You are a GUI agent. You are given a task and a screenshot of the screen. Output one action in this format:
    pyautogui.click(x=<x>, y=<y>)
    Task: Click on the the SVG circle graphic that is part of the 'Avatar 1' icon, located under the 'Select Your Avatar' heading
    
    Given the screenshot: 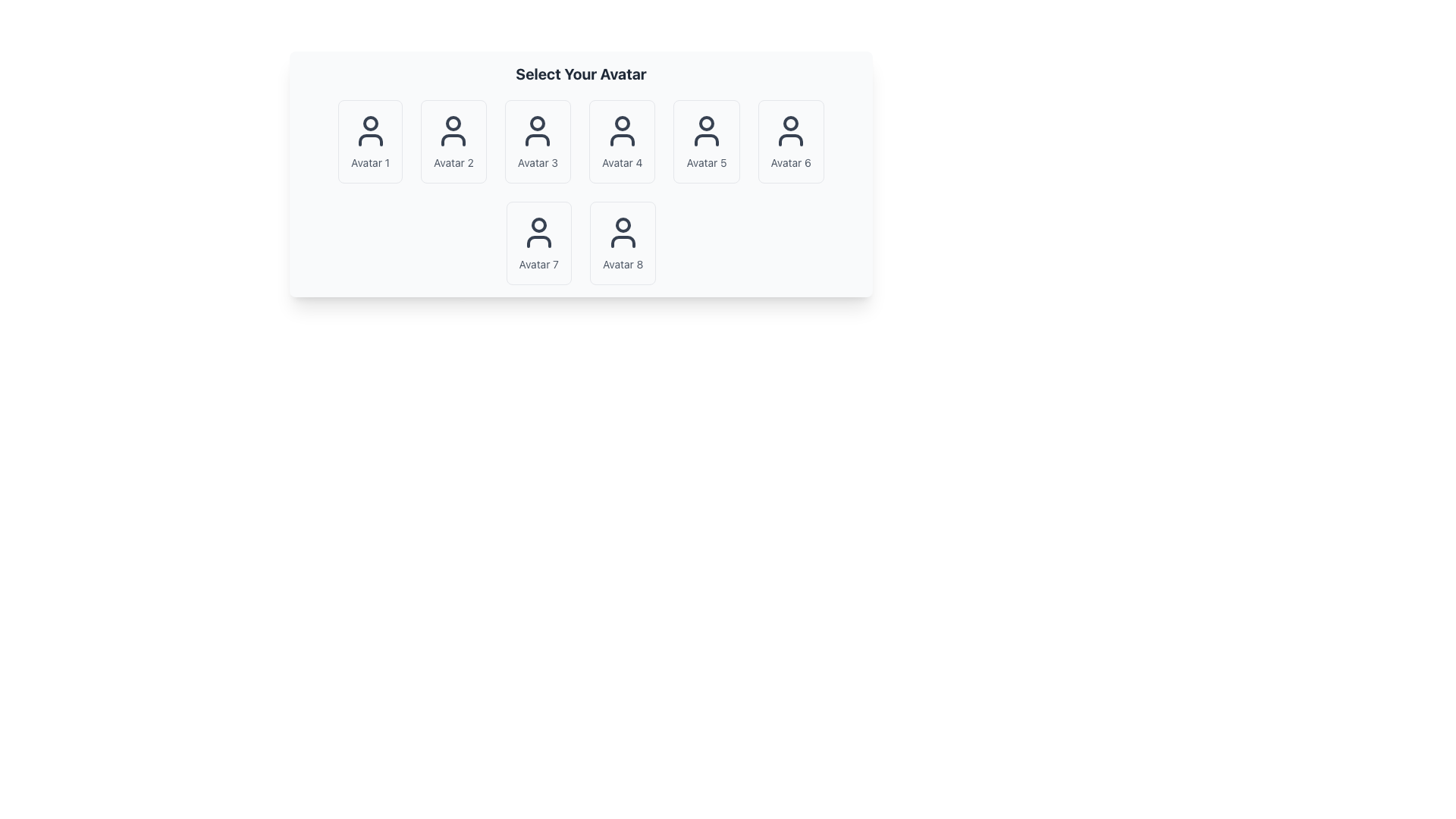 What is the action you would take?
    pyautogui.click(x=370, y=122)
    